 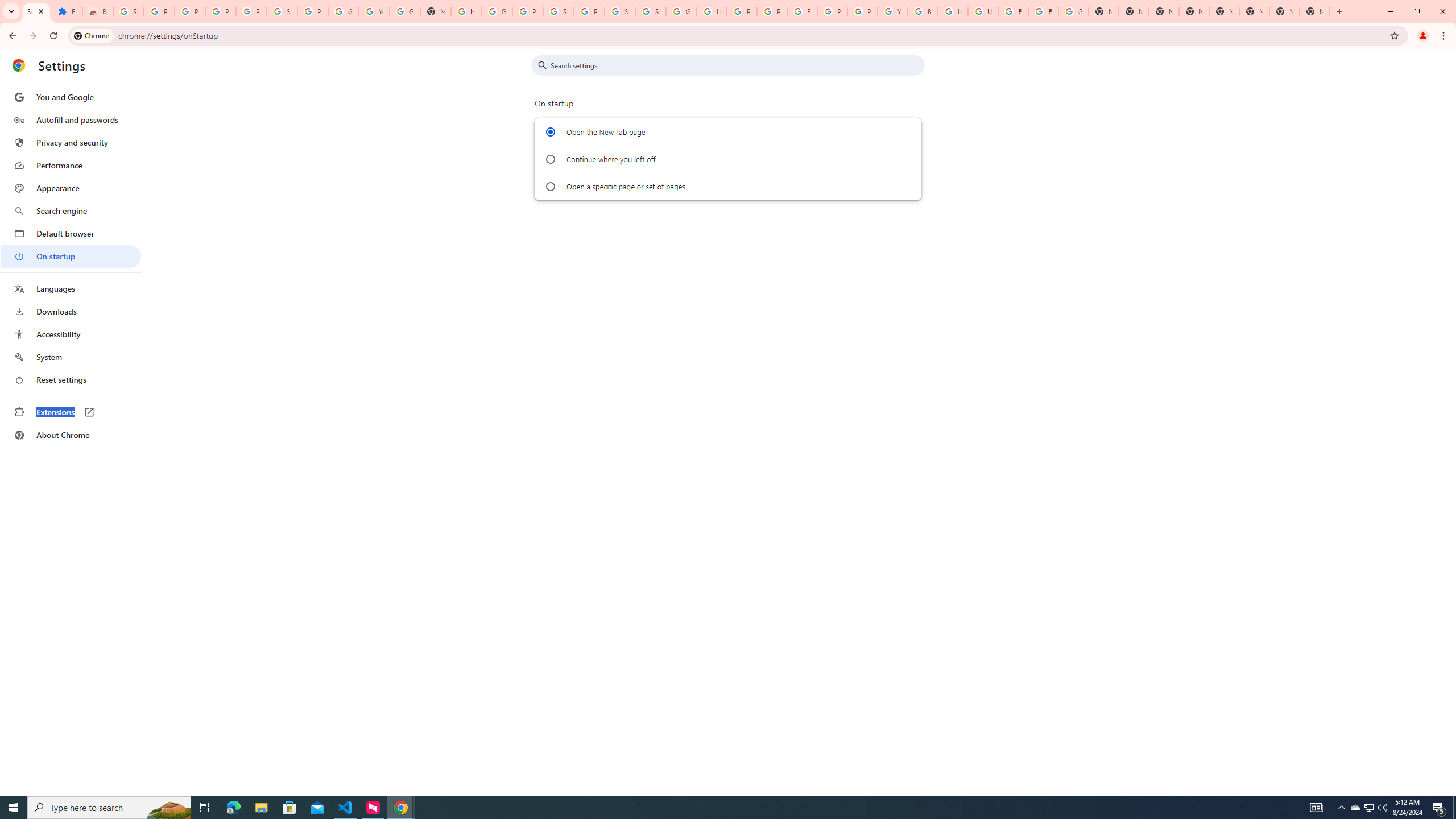 I want to click on 'Continue where you left off', so click(x=549, y=159).